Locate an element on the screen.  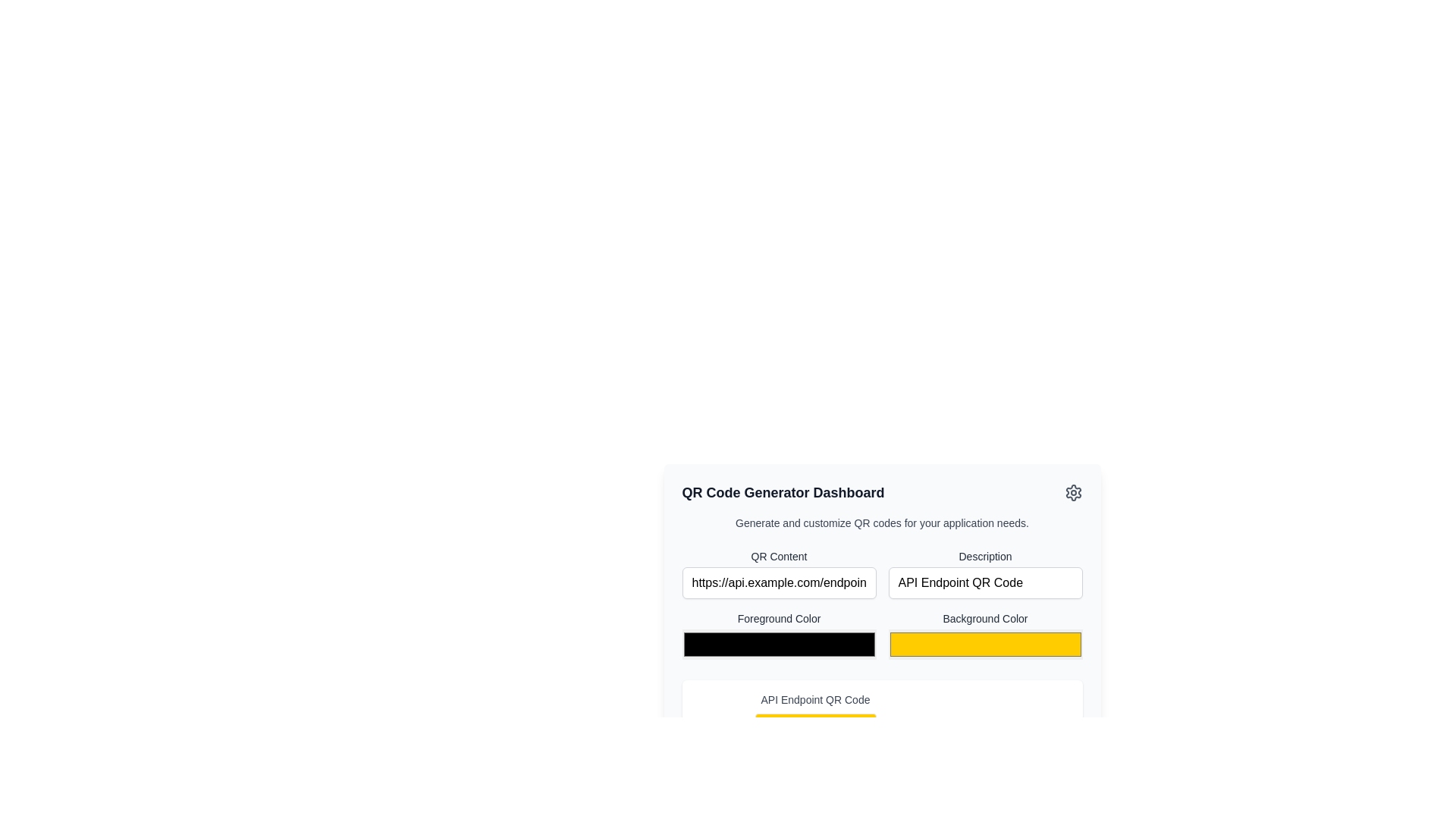
the cogwheel icon in the top-right corner of the QR Code Generator Dashboard is located at coordinates (1072, 493).